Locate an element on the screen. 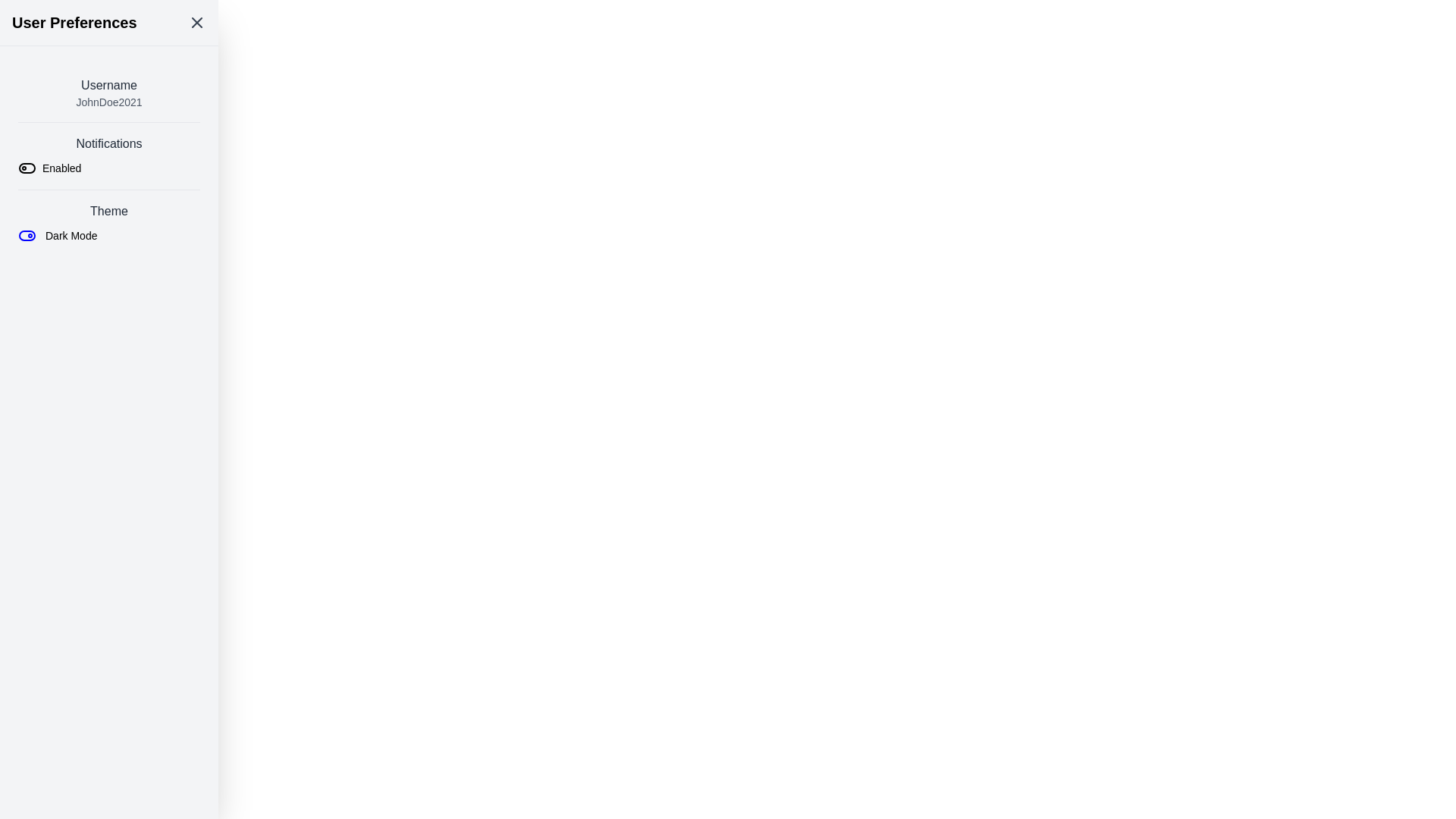 This screenshot has width=1456, height=819. the toggle switch for notifications located underneath the 'Notifications' header is located at coordinates (27, 168).